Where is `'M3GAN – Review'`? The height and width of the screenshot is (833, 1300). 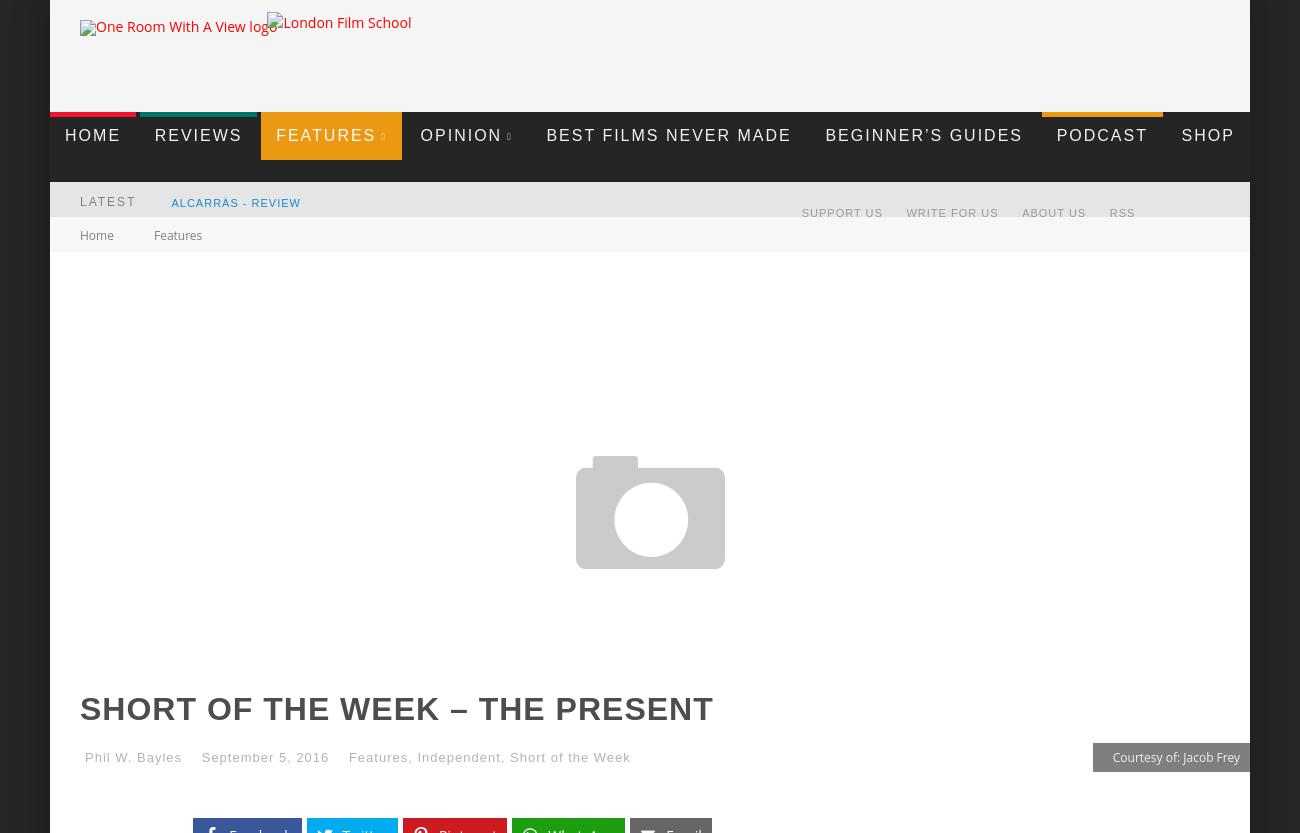
'M3GAN – Review' is located at coordinates (224, 268).